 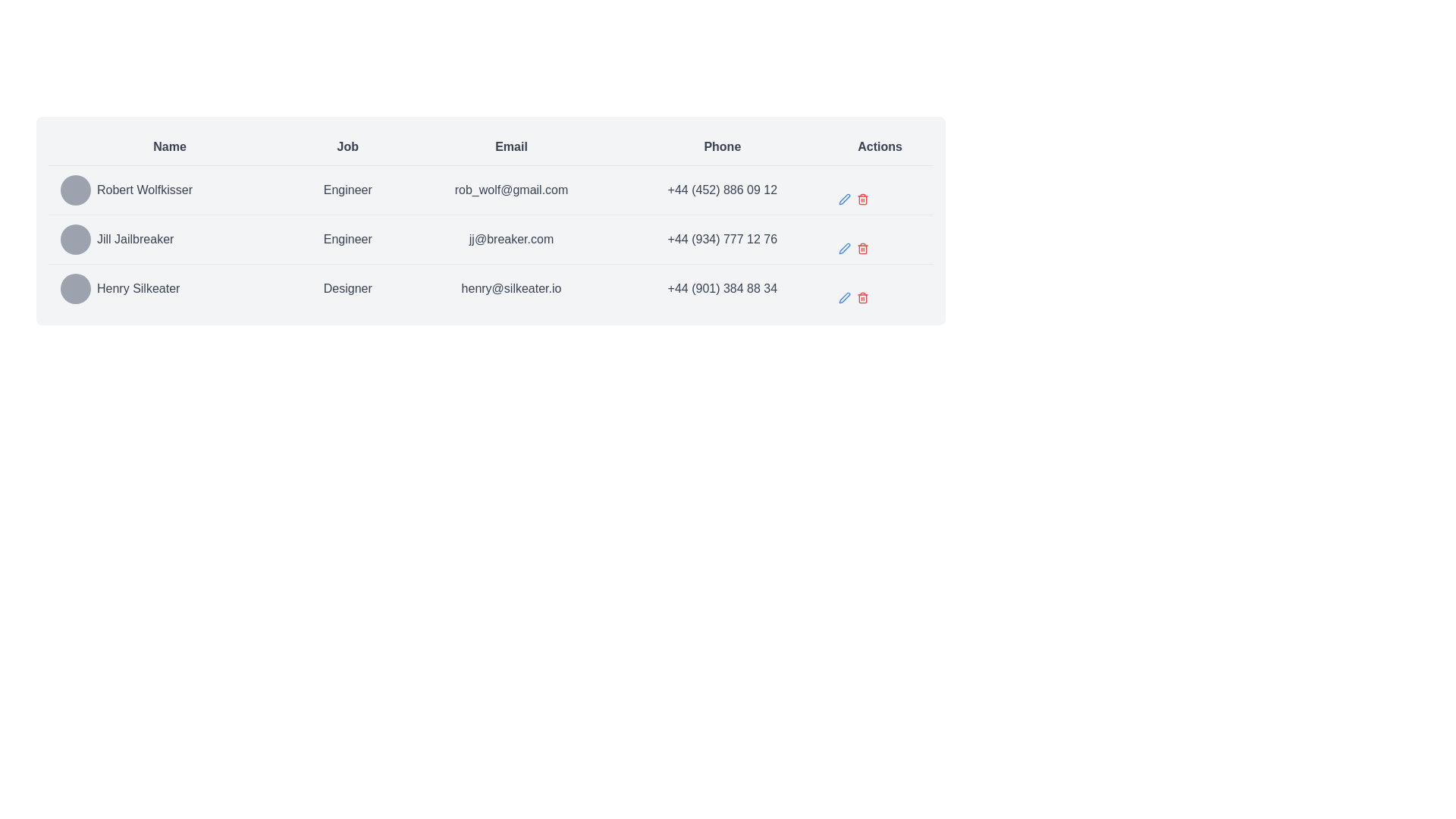 What do you see at coordinates (170, 147) in the screenshot?
I see `the static text label that serves as the header for the 'Name' column in the table, located at the top left of the table layout` at bounding box center [170, 147].